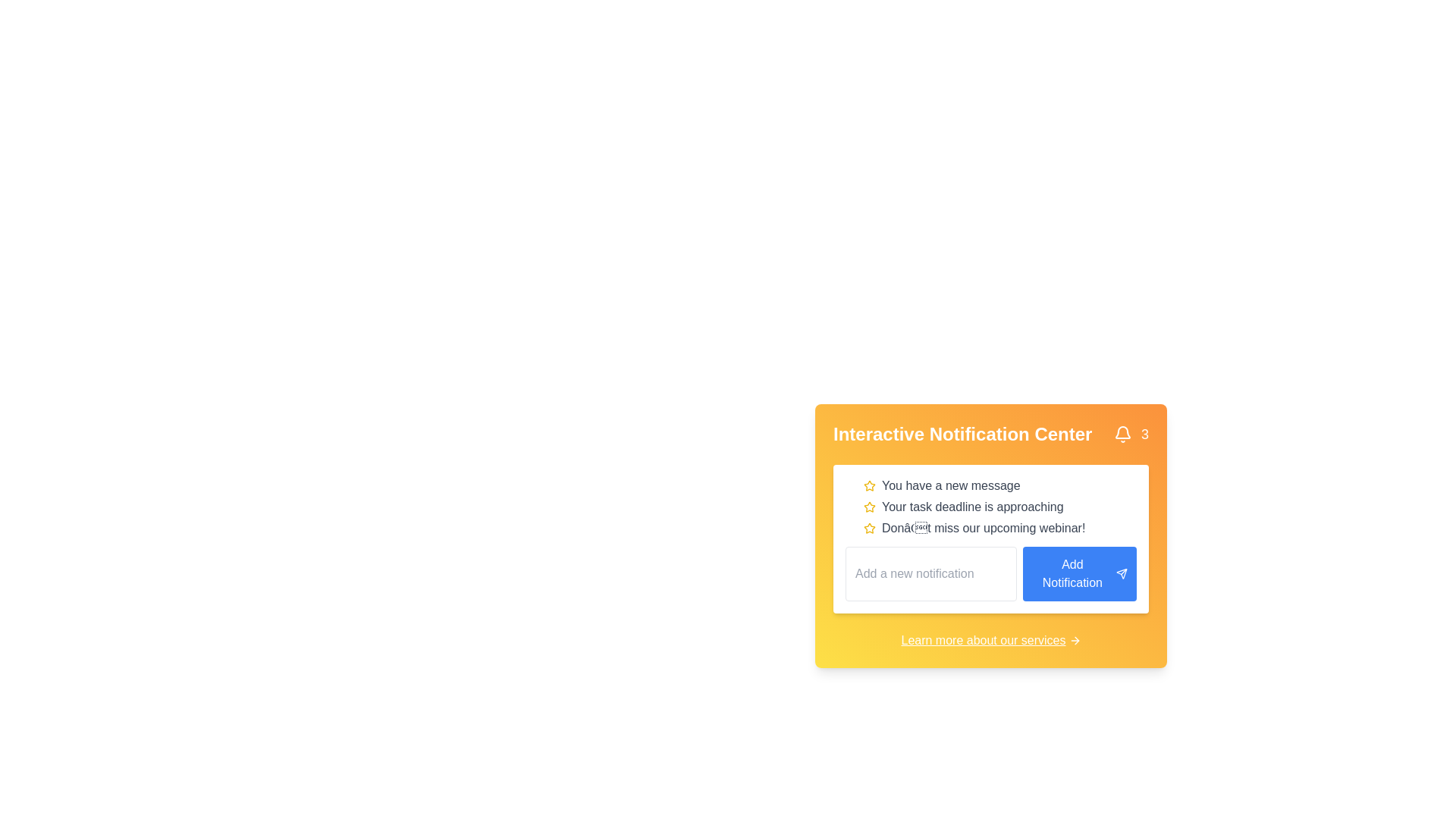  Describe the element at coordinates (1145, 435) in the screenshot. I see `the white text label '3' displayed in bold font on an orange background, located at the top-right corner of the notification interface box` at that location.